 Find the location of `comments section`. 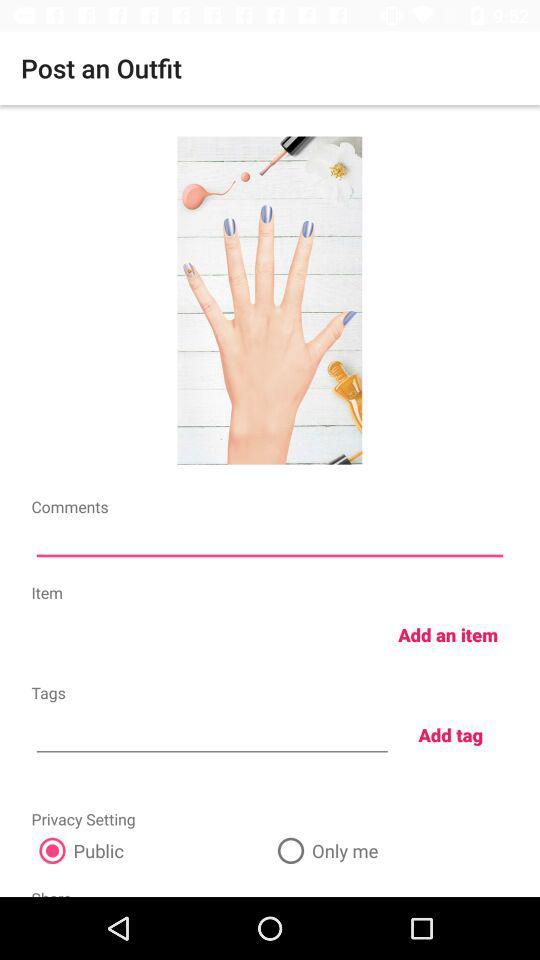

comments section is located at coordinates (270, 541).